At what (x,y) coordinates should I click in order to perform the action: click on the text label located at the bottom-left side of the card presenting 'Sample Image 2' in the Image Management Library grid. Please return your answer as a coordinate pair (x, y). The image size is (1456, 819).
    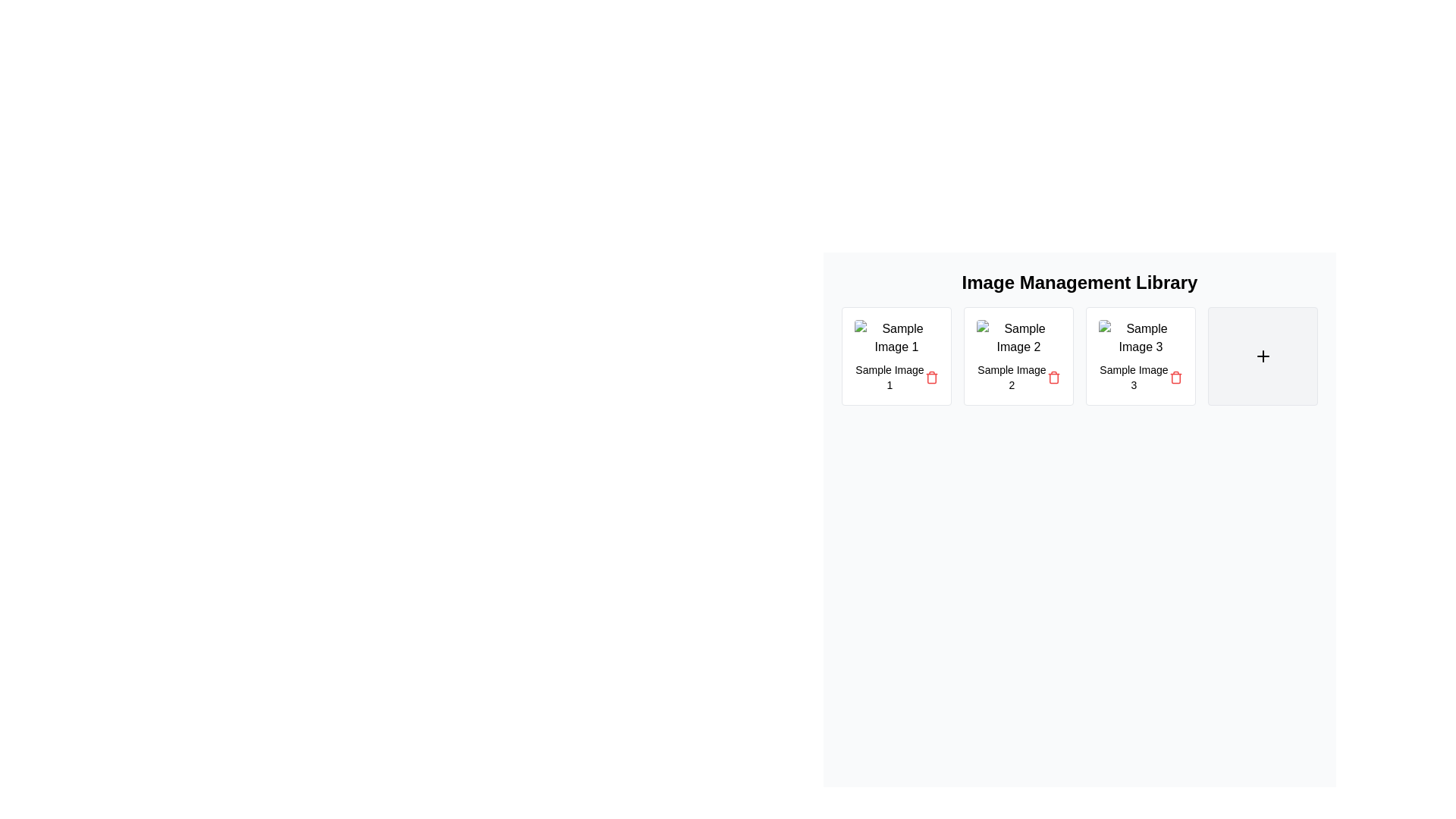
    Looking at the image, I should click on (1018, 376).